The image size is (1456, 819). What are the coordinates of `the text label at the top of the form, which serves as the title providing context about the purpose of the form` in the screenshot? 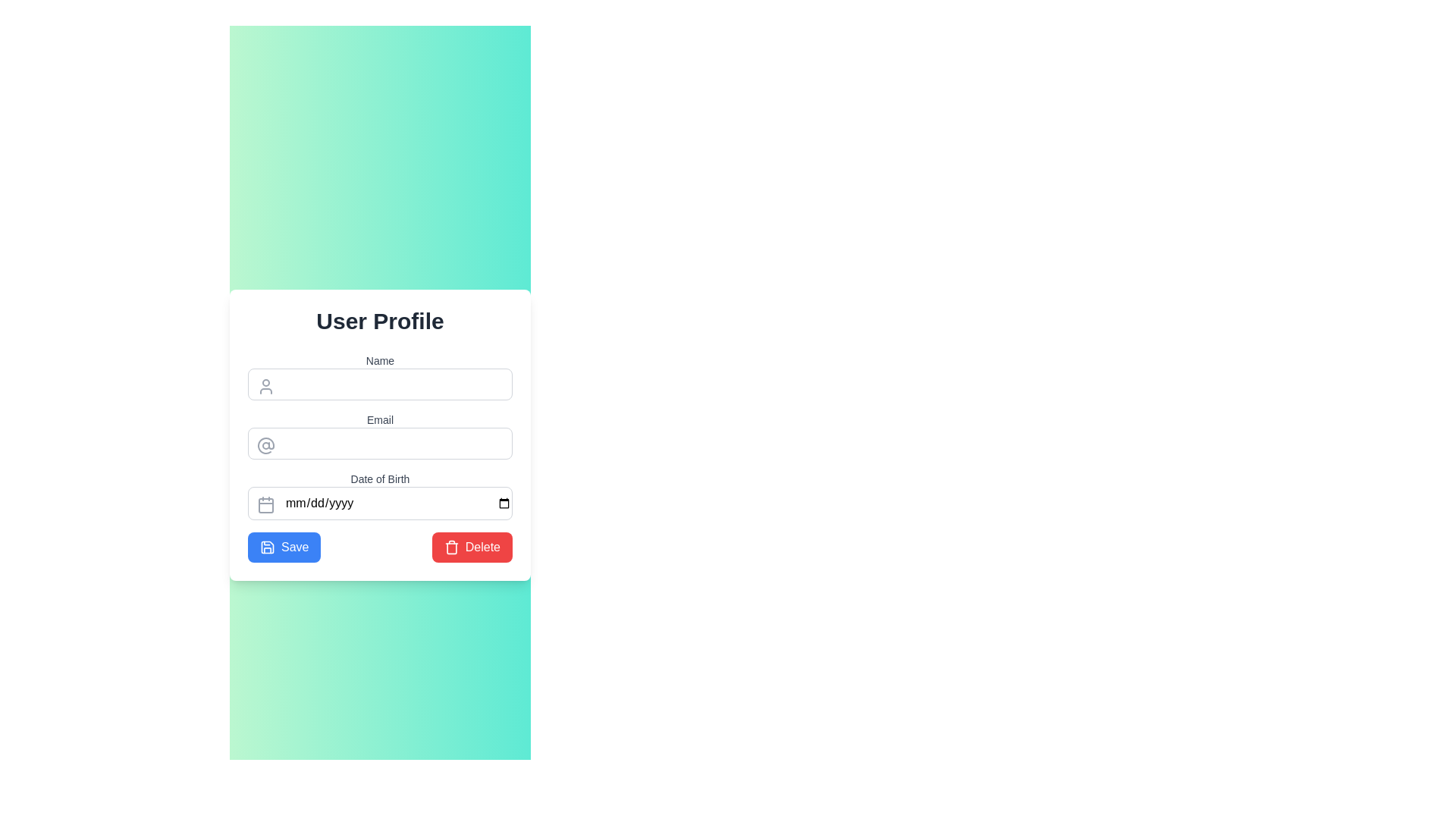 It's located at (380, 321).